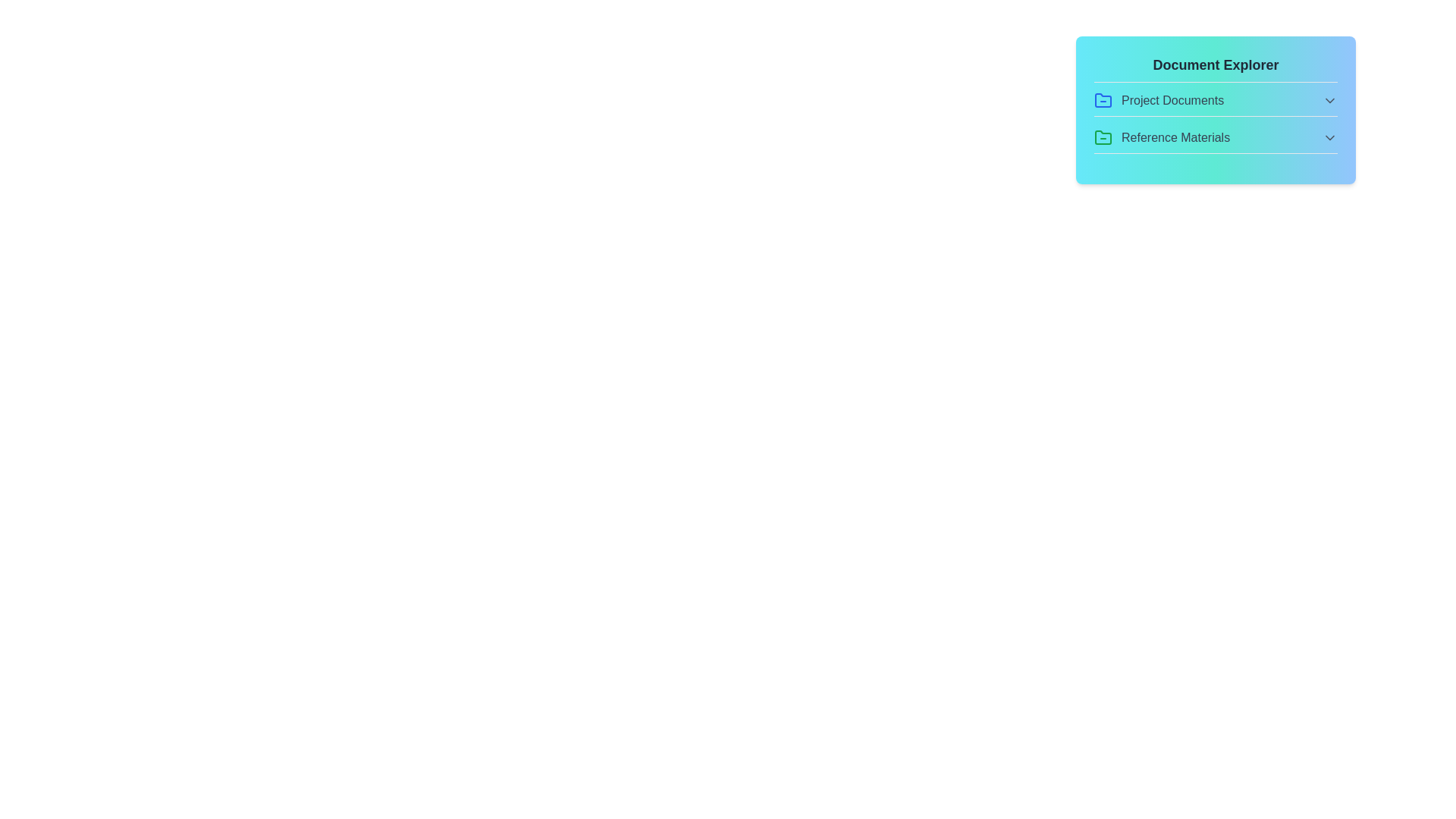  I want to click on the file Timeline.docx from the section Reference Materials, so click(1216, 141).